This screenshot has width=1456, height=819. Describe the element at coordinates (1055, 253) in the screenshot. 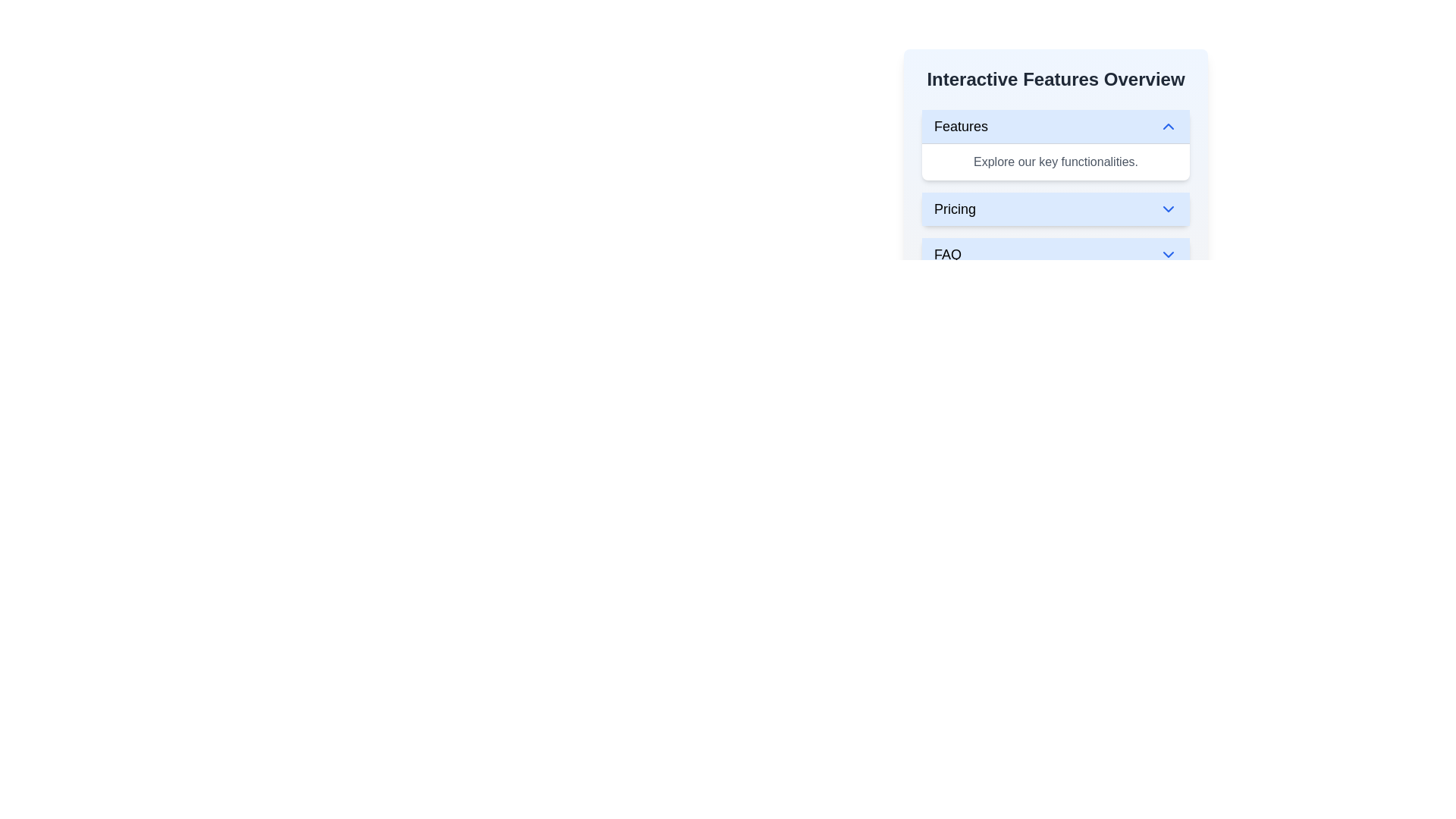

I see `the 'FAQ' button, which is the third item in a vertical stack of buttons styled with a white background and blue border` at that location.